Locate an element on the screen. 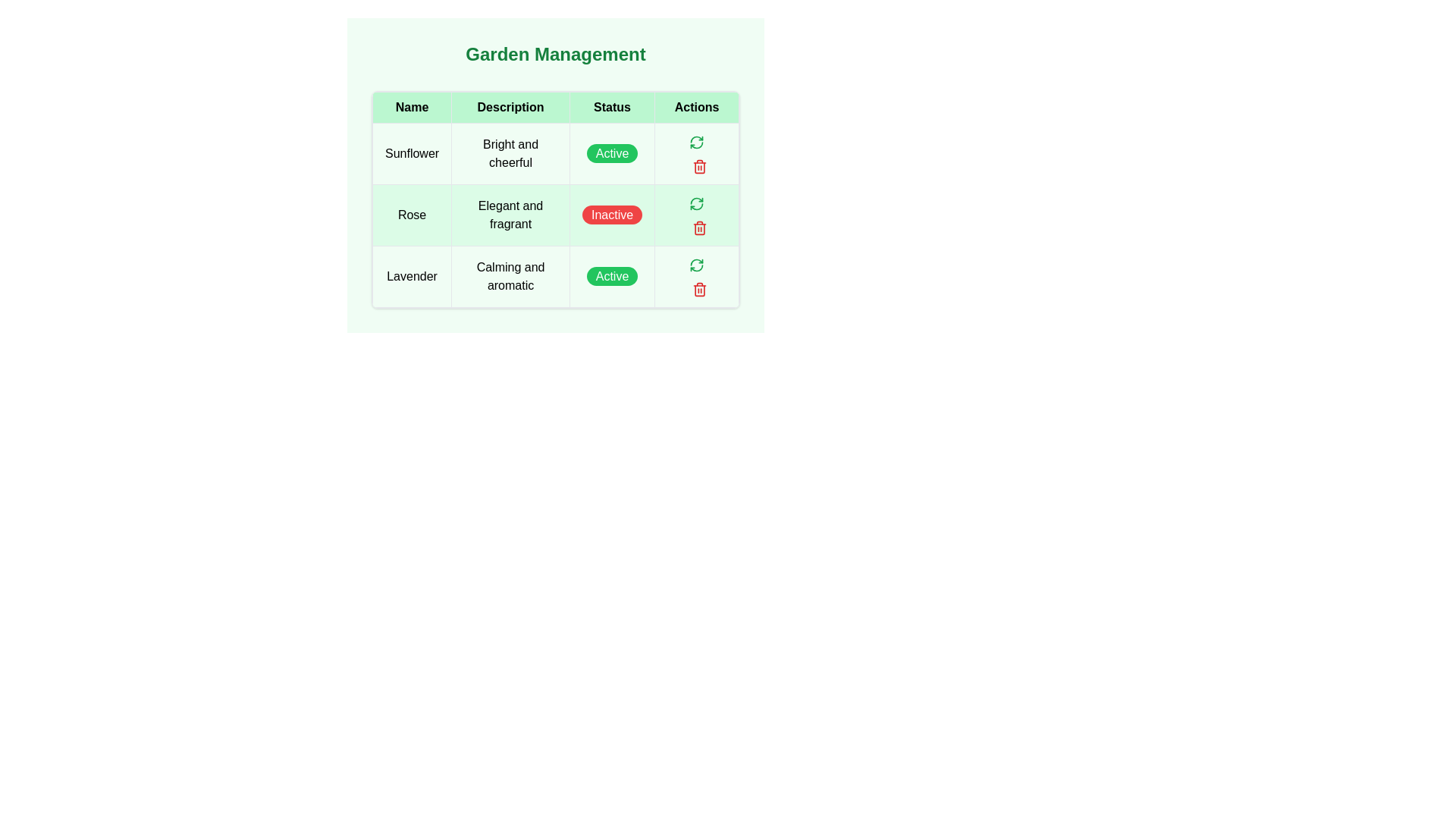  the section title 'Garden Management' which is styled with bold, extra-large font in green color, located at the top of the section is located at coordinates (555, 54).